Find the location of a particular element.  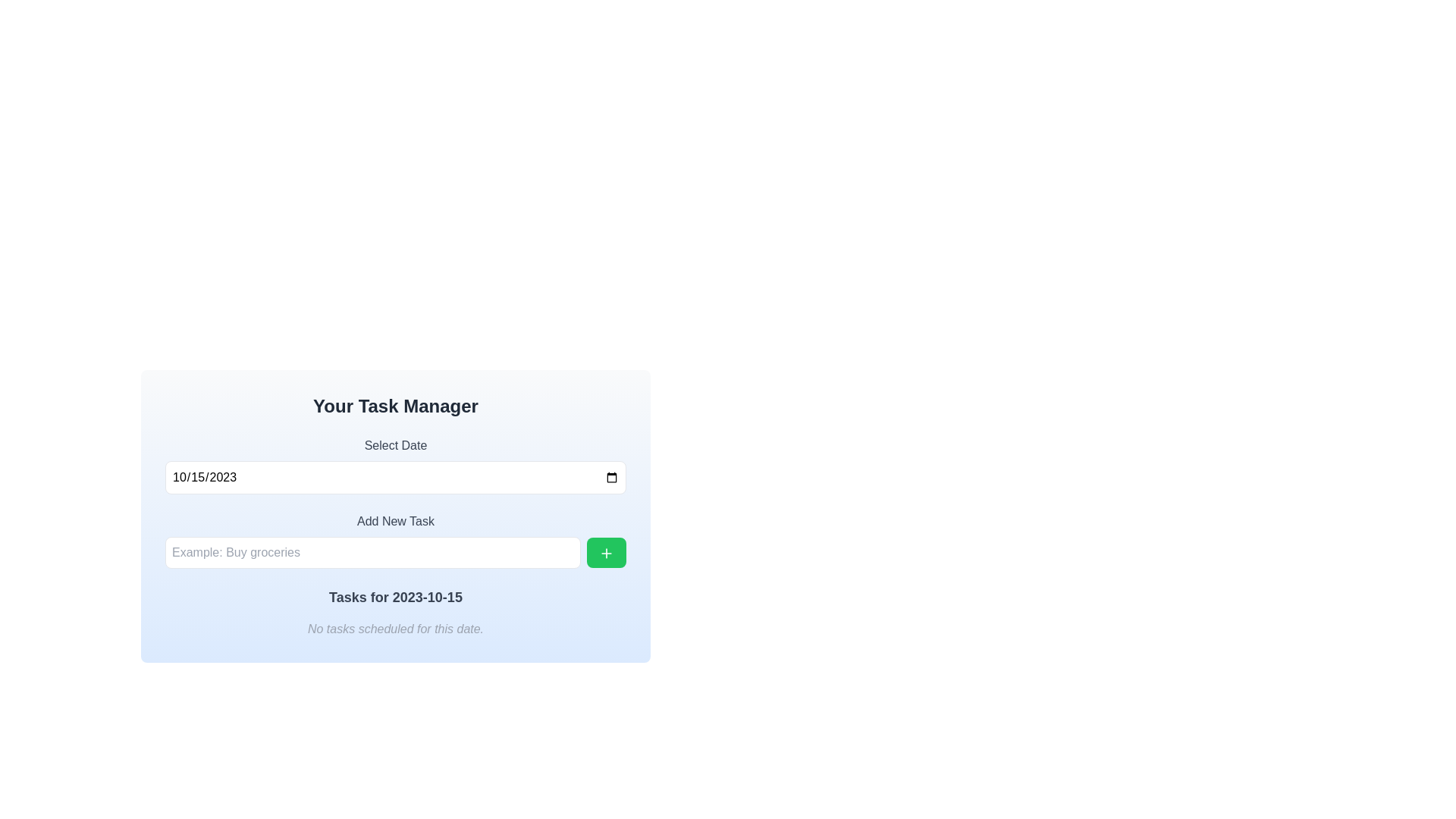

the button located to the right of the input field with the placeholder text 'Example: Buy groceries' in the 'Add New Task' section is located at coordinates (607, 553).